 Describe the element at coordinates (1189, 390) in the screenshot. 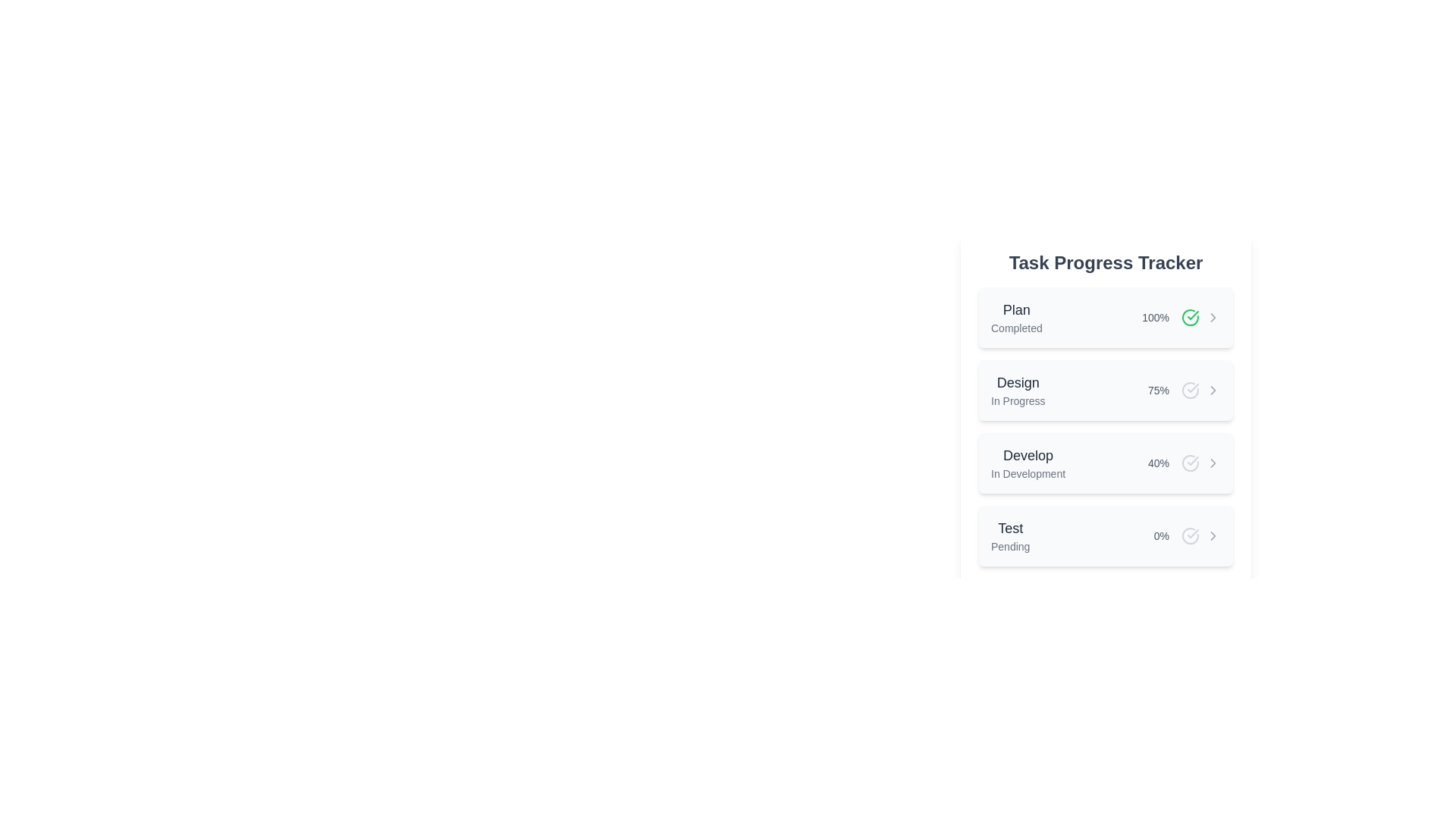

I see `the completion indicator icon located in the 'Design' section, positioned between the '75%' text label and a rightward-facing arrow icon, to mark progress` at that location.